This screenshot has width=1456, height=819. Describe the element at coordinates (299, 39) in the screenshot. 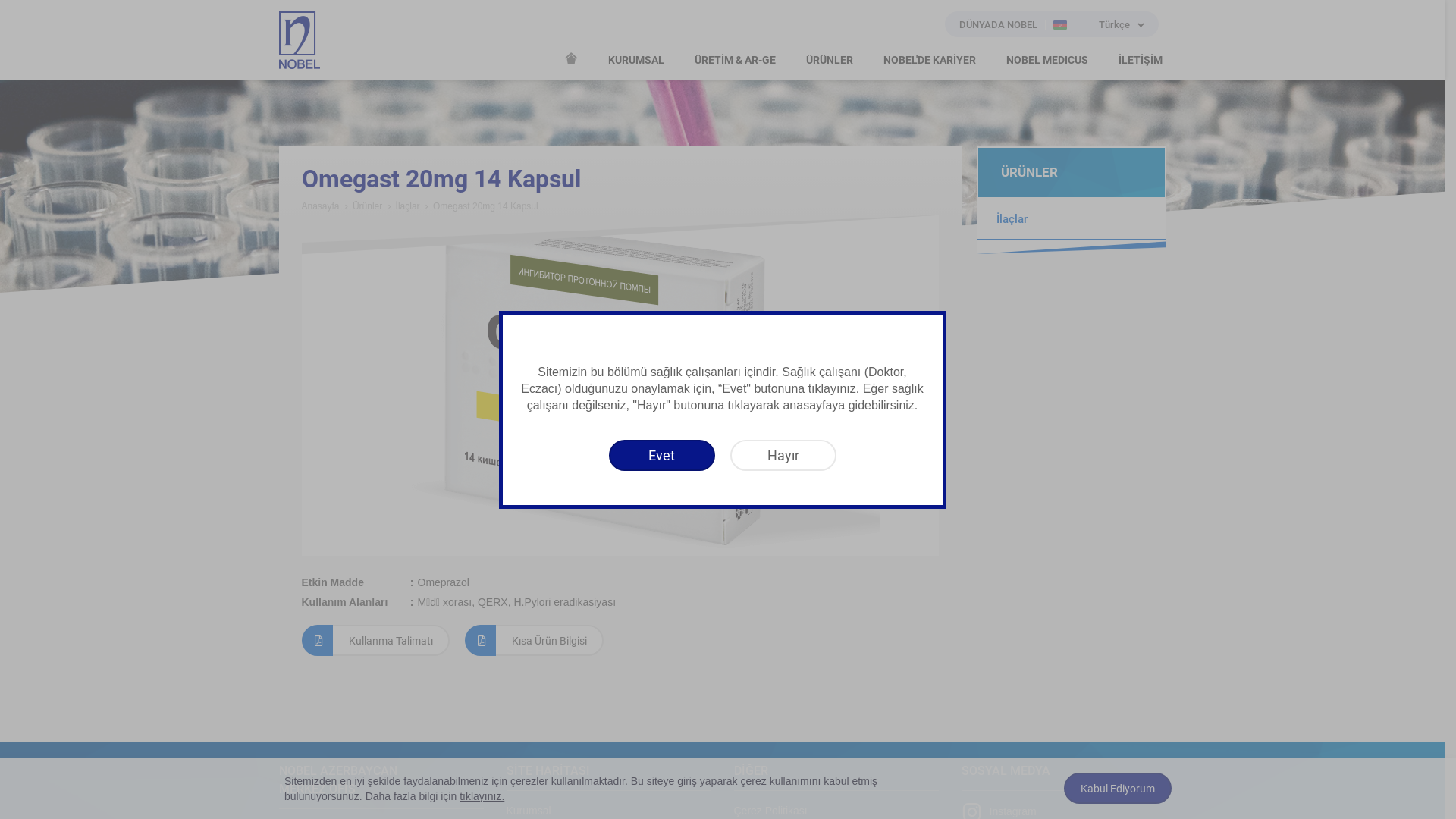

I see `'NOBEL'` at that location.